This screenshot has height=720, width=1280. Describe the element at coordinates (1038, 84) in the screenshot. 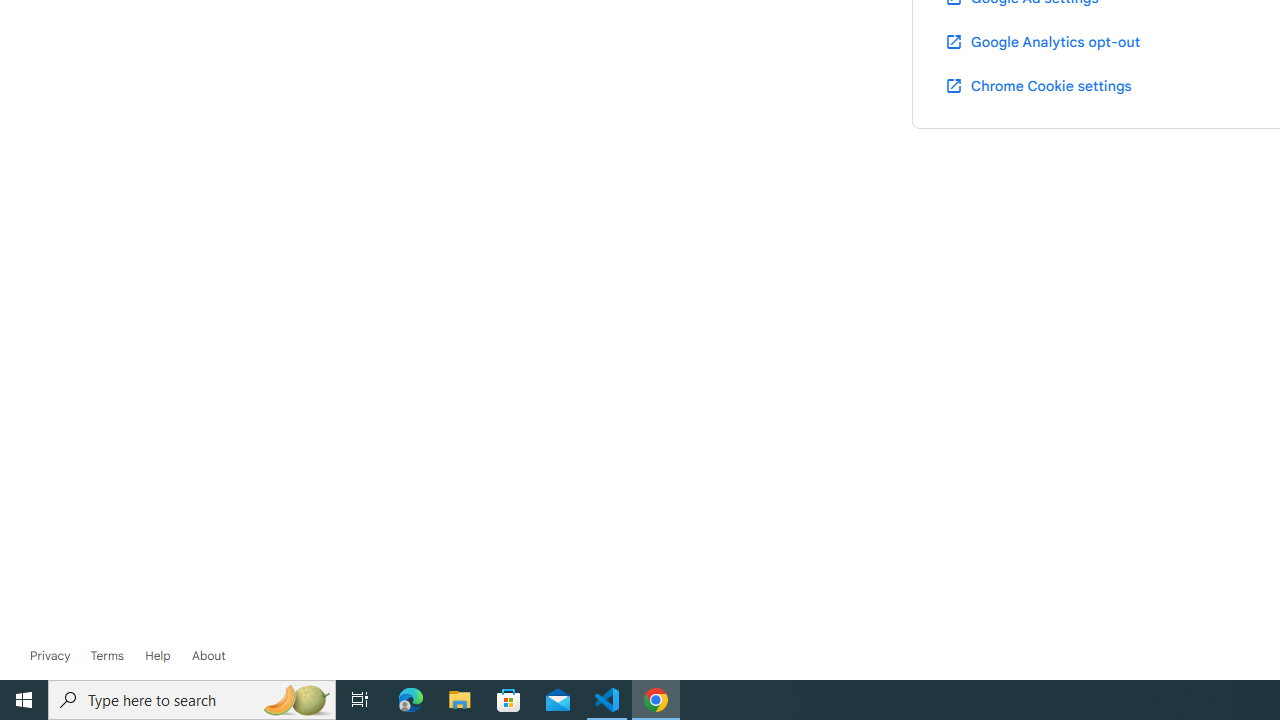

I see `'Chrome Cookie settings'` at that location.